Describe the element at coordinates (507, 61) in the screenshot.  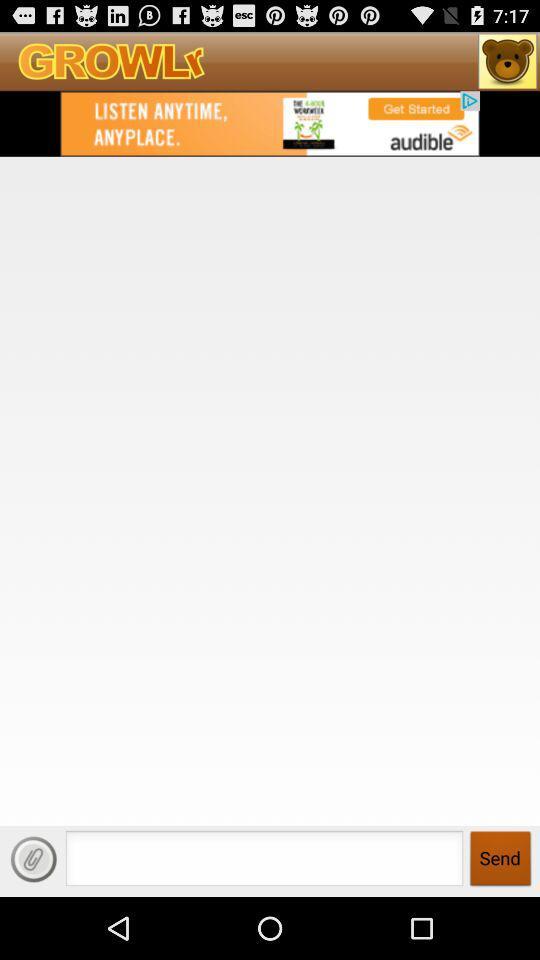
I see `open growlr` at that location.